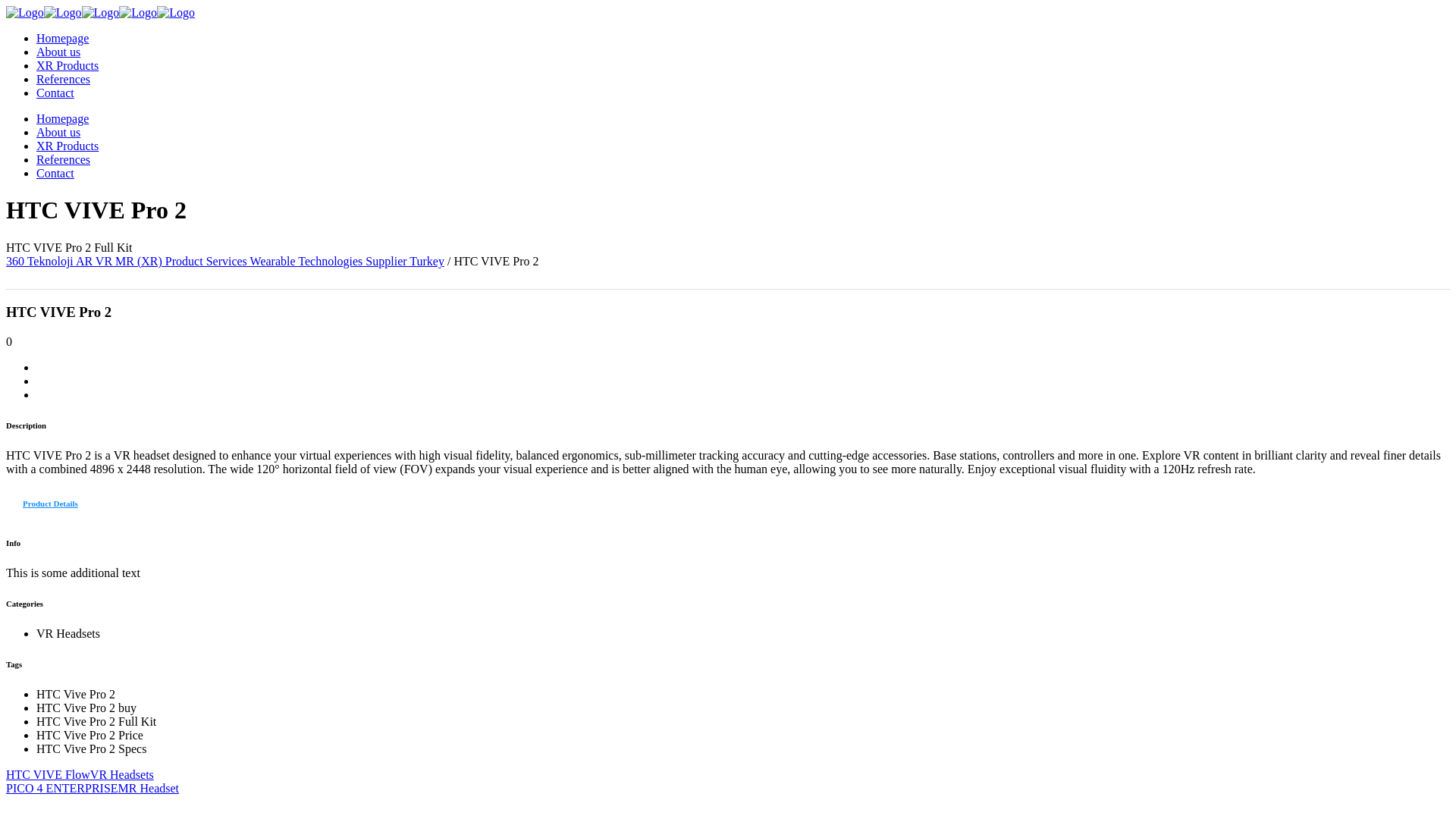 The height and width of the screenshot is (819, 1456). I want to click on 'Homepage', so click(36, 37).